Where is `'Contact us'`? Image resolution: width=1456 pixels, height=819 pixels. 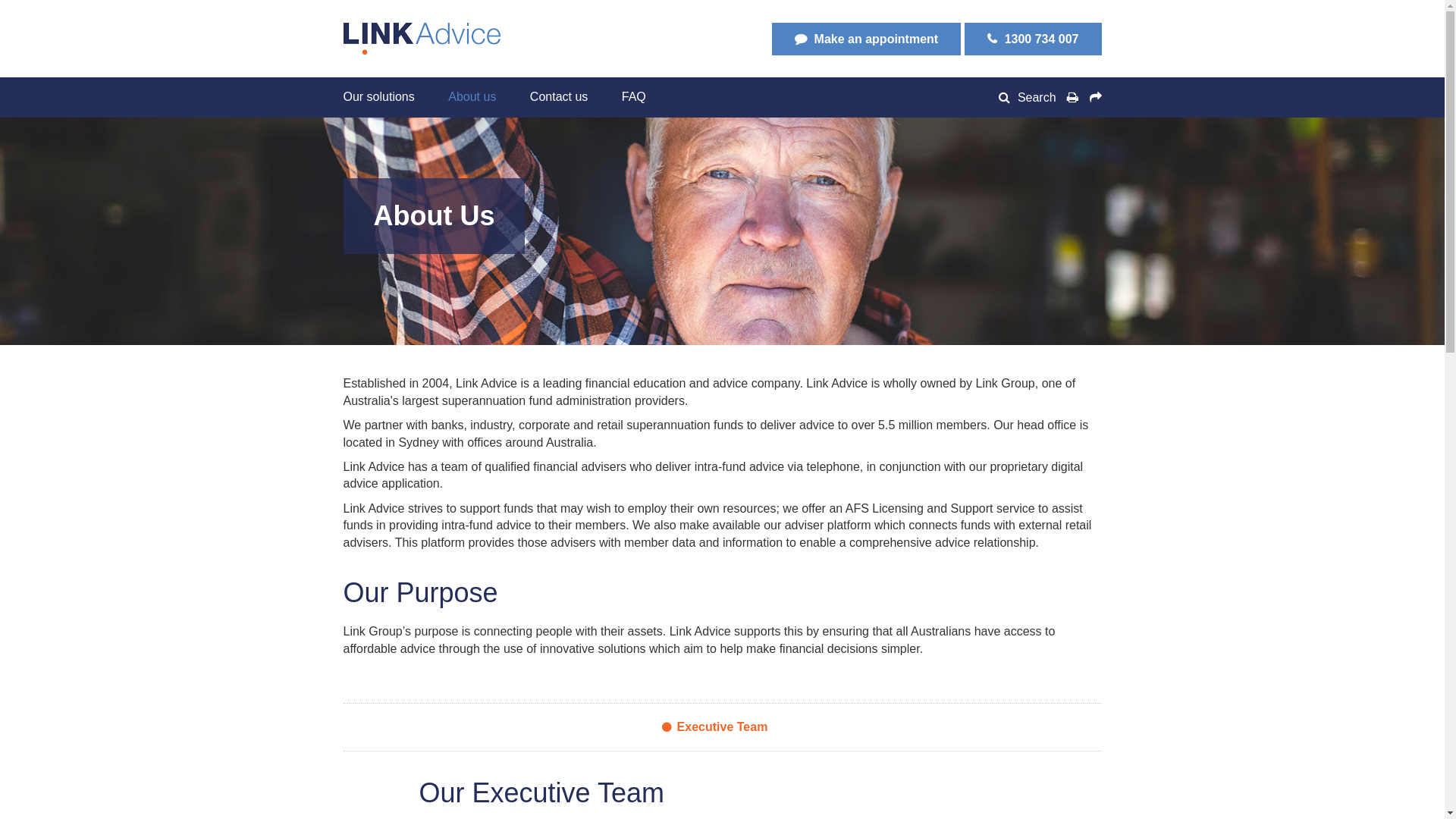 'Contact us' is located at coordinates (558, 96).